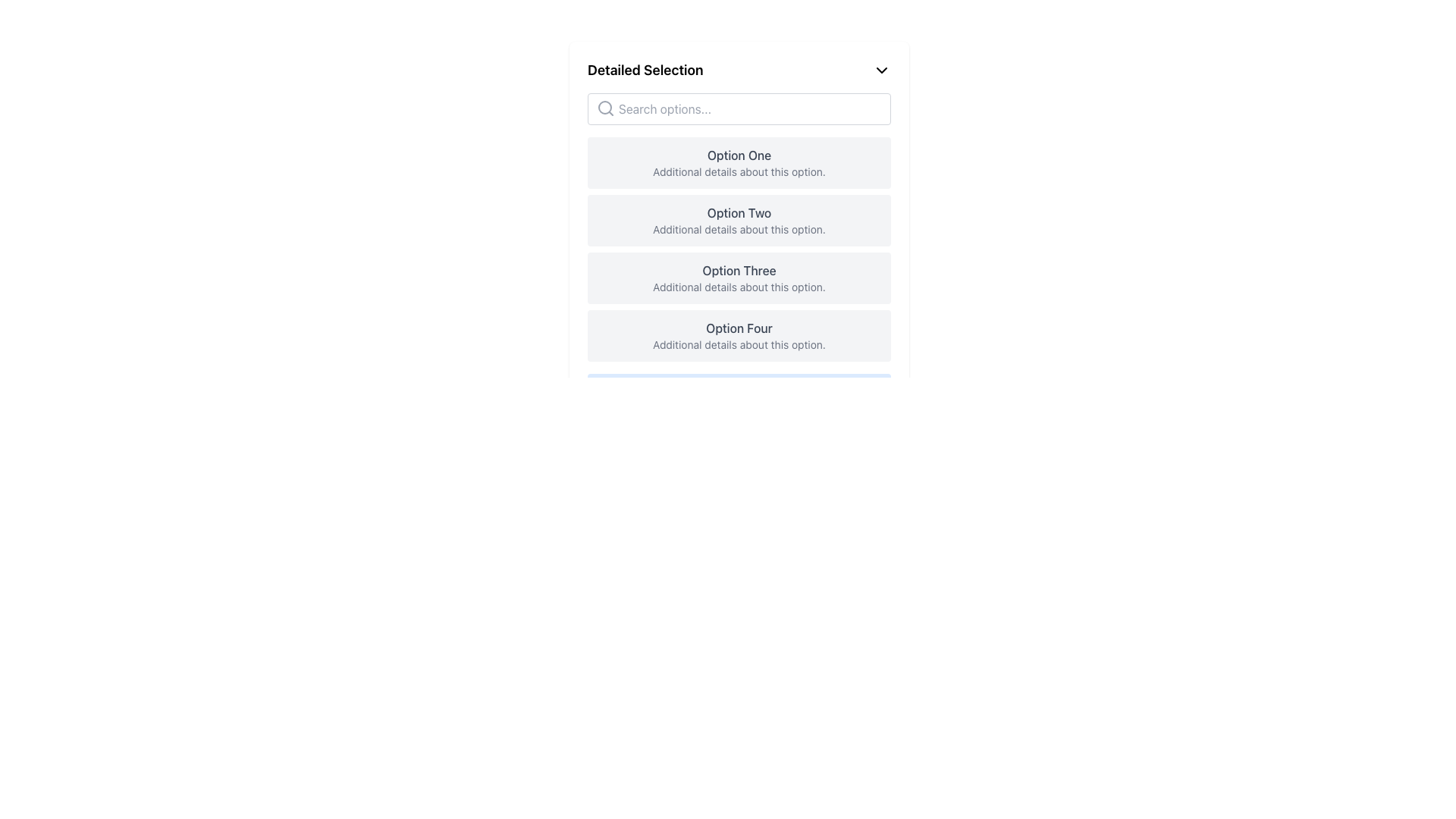 This screenshot has height=819, width=1456. I want to click on the Textual List Item displaying 'Option Four' with additional details through keyboard navigation, so click(739, 335).